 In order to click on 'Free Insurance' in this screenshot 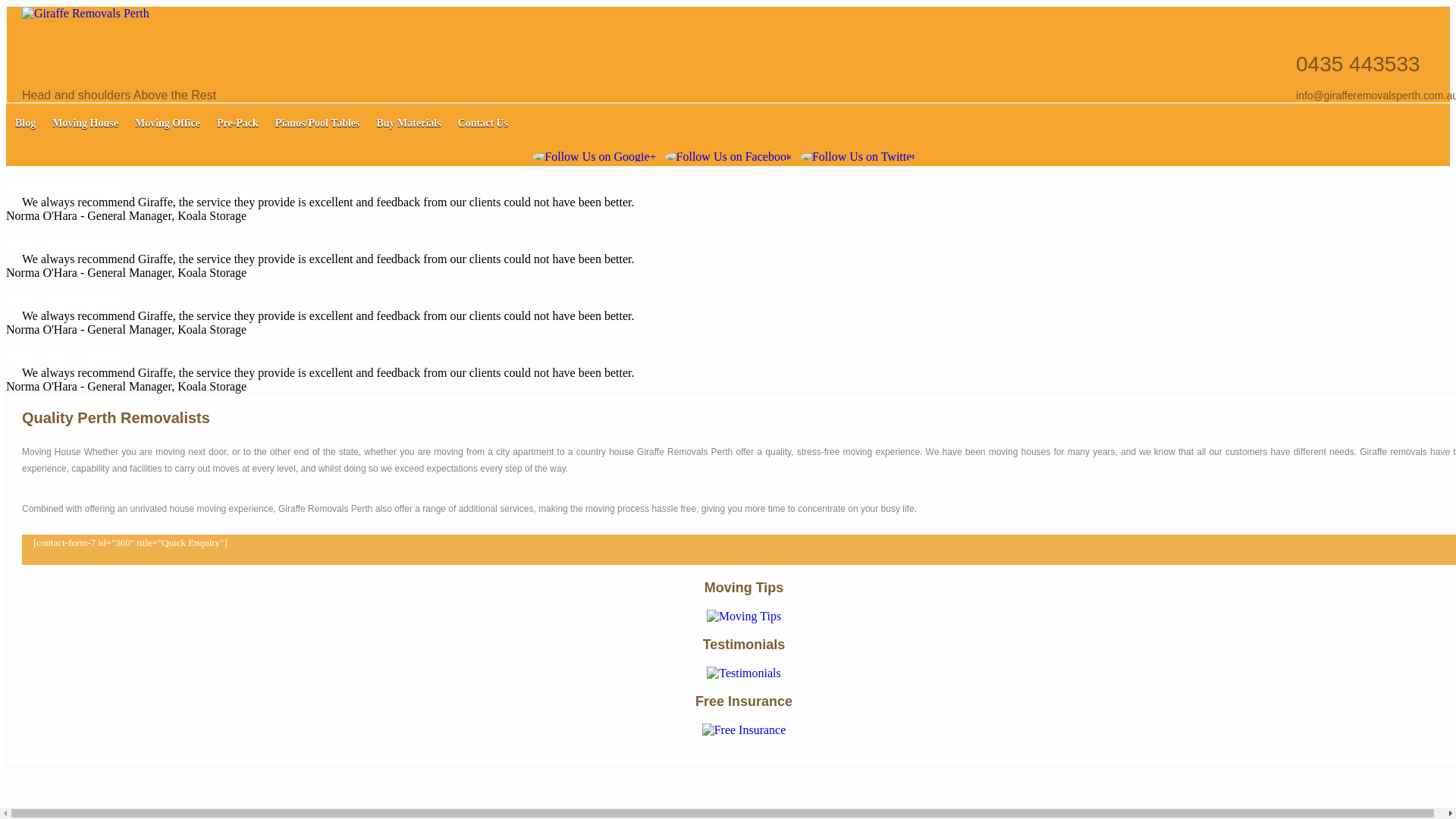, I will do `click(744, 729)`.